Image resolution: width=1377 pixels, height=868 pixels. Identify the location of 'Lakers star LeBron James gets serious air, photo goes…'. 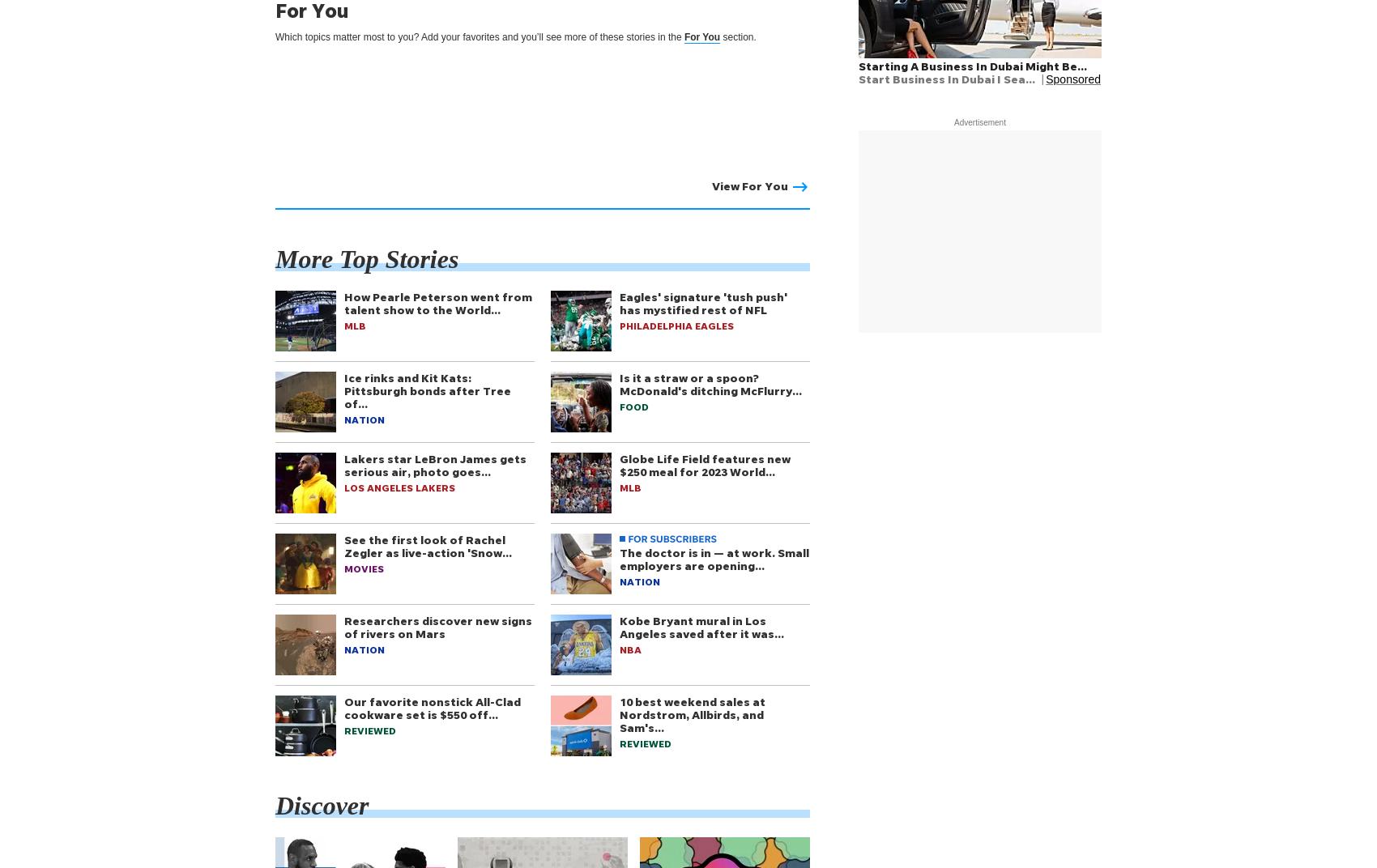
(434, 464).